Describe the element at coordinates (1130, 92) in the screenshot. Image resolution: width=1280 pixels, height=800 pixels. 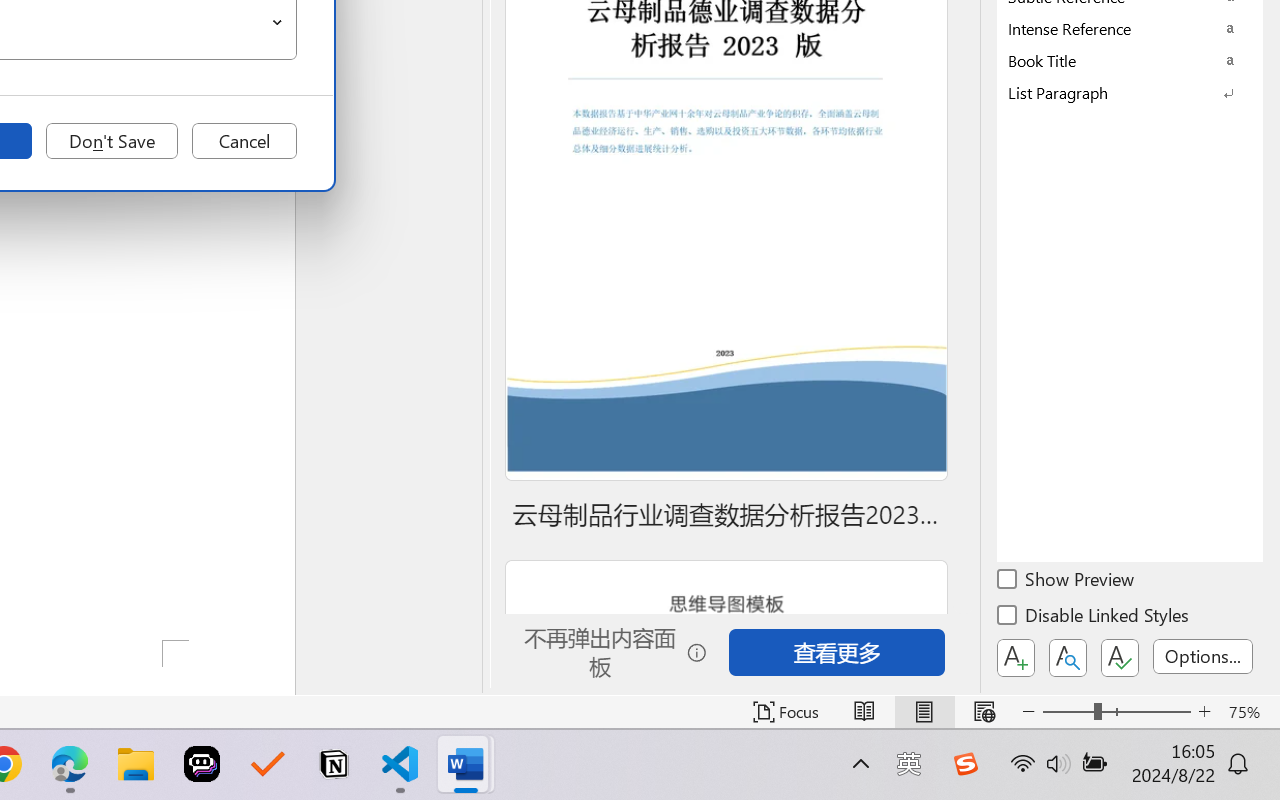
I see `'List Paragraph'` at that location.